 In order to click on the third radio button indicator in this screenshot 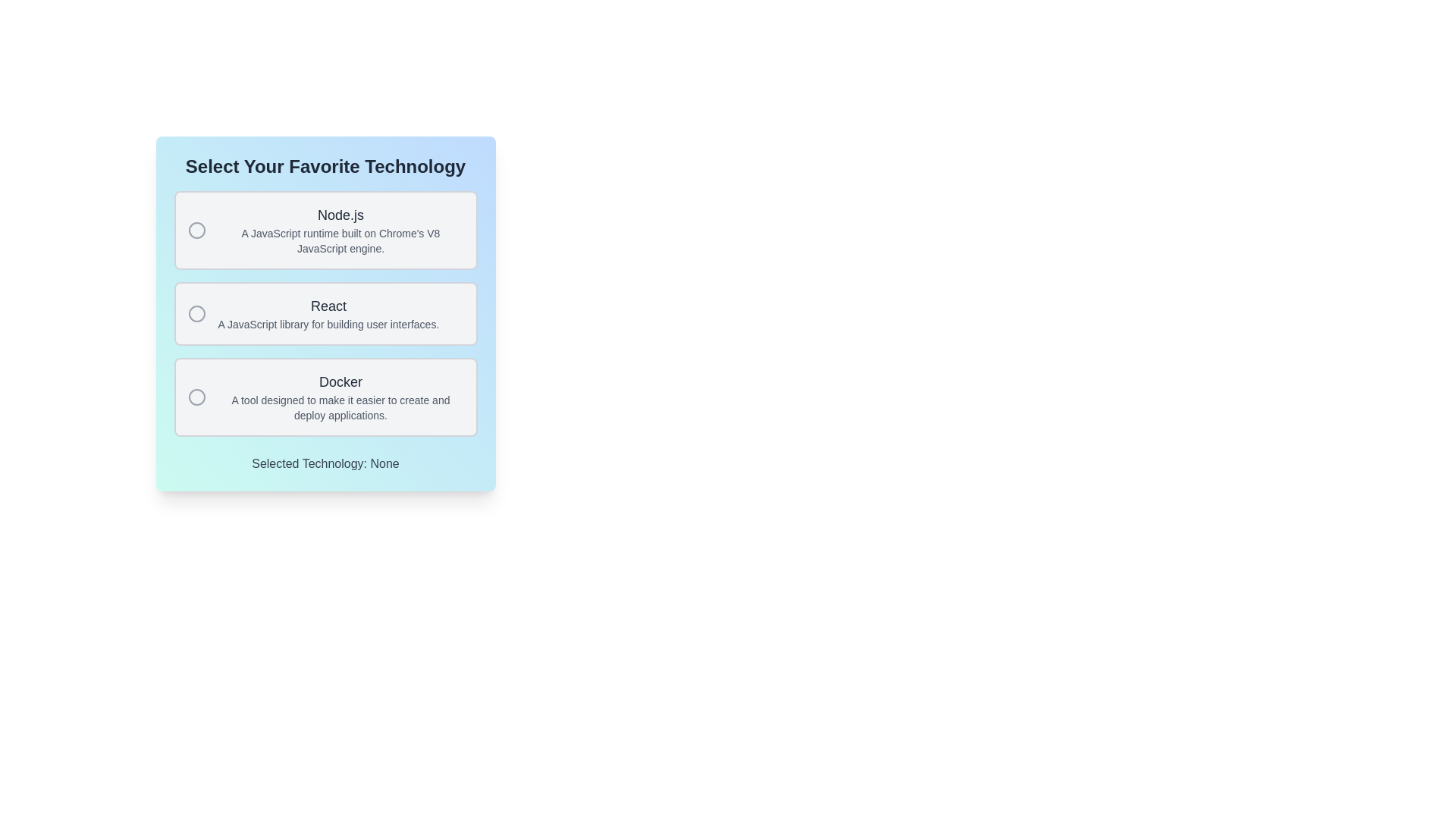, I will do `click(196, 397)`.